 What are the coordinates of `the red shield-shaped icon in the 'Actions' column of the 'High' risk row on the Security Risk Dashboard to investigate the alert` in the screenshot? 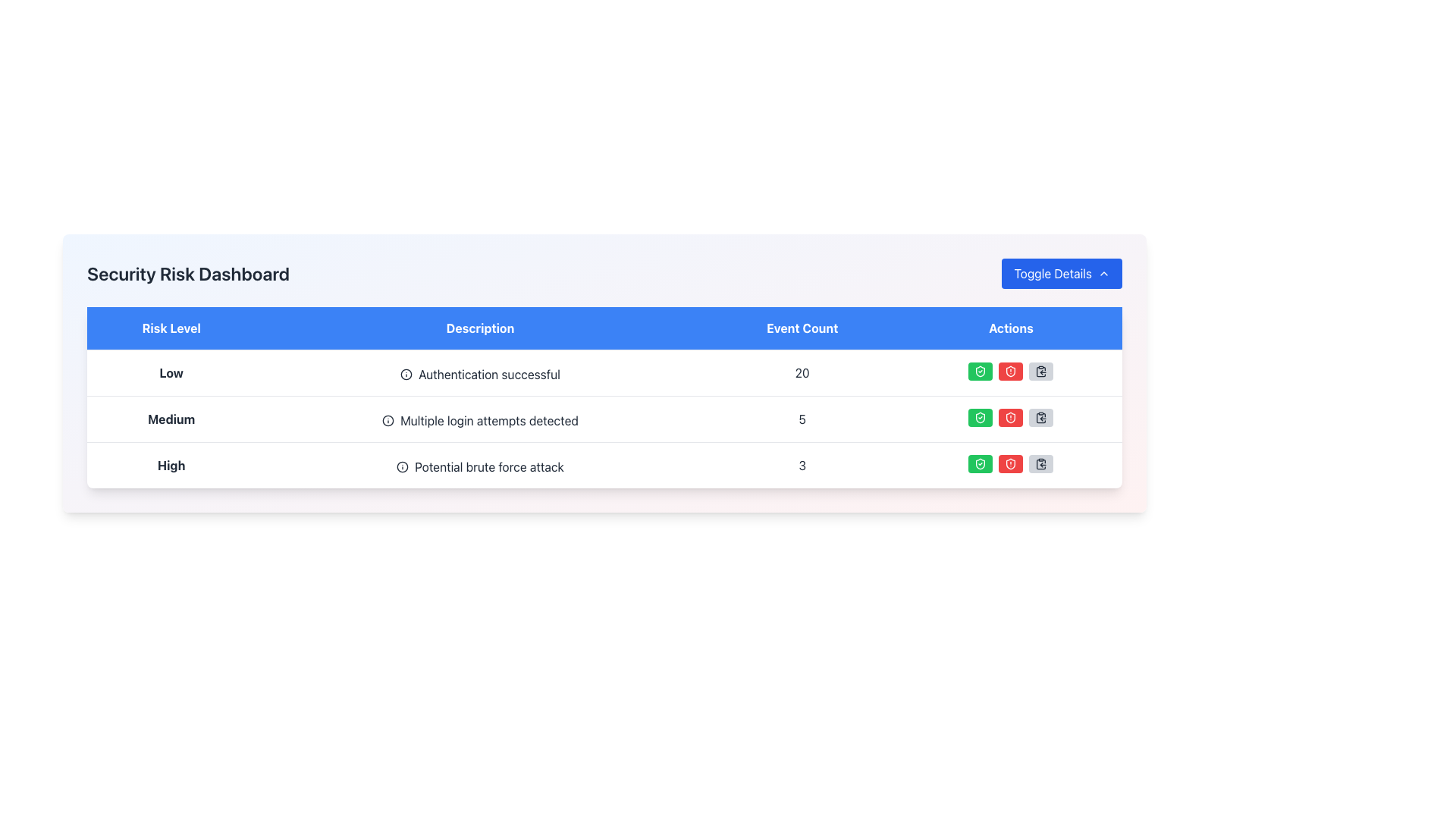 It's located at (1011, 371).